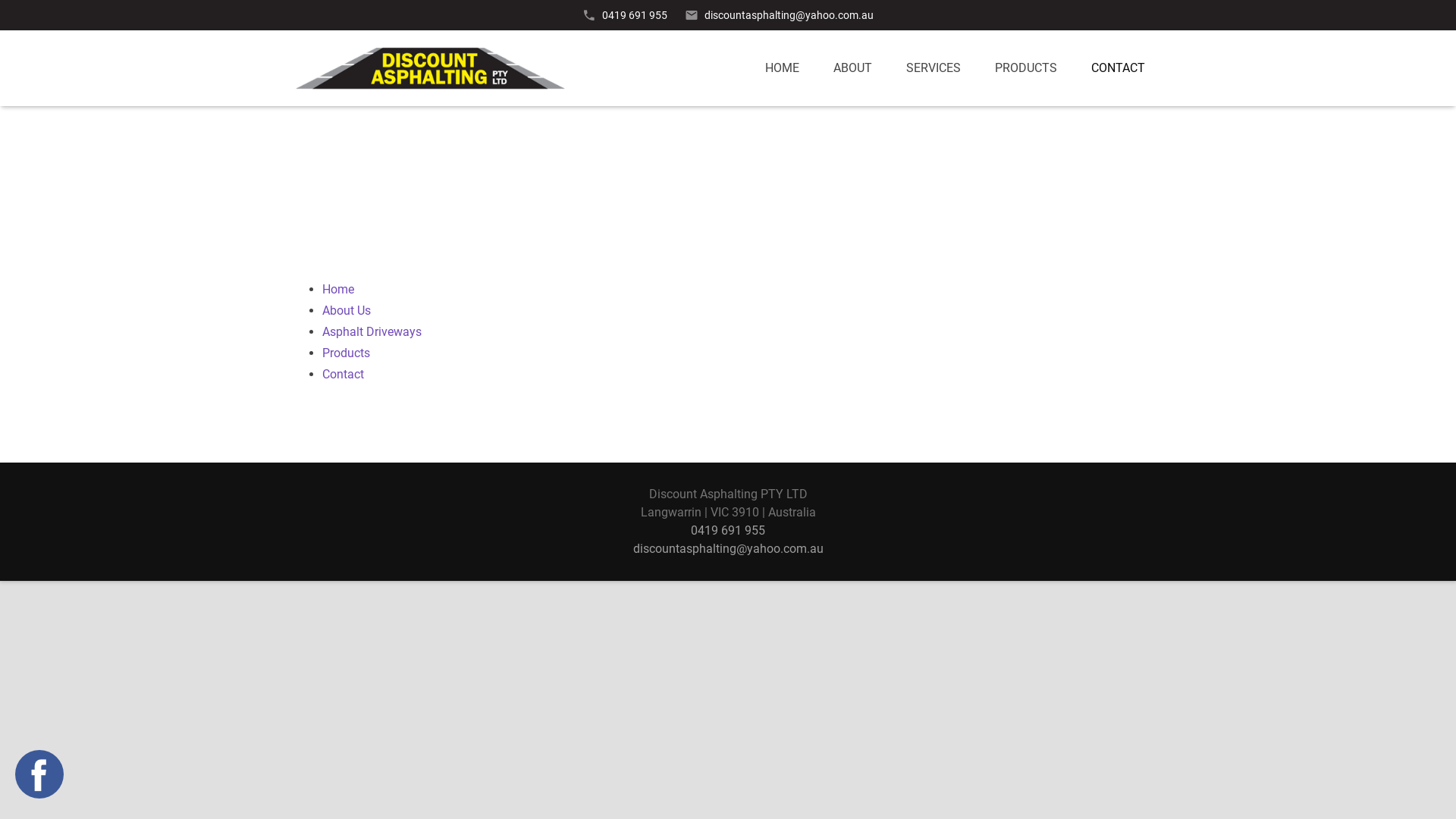 The height and width of the screenshot is (819, 1456). Describe the element at coordinates (1026, 67) in the screenshot. I see `'PRODUCTS'` at that location.